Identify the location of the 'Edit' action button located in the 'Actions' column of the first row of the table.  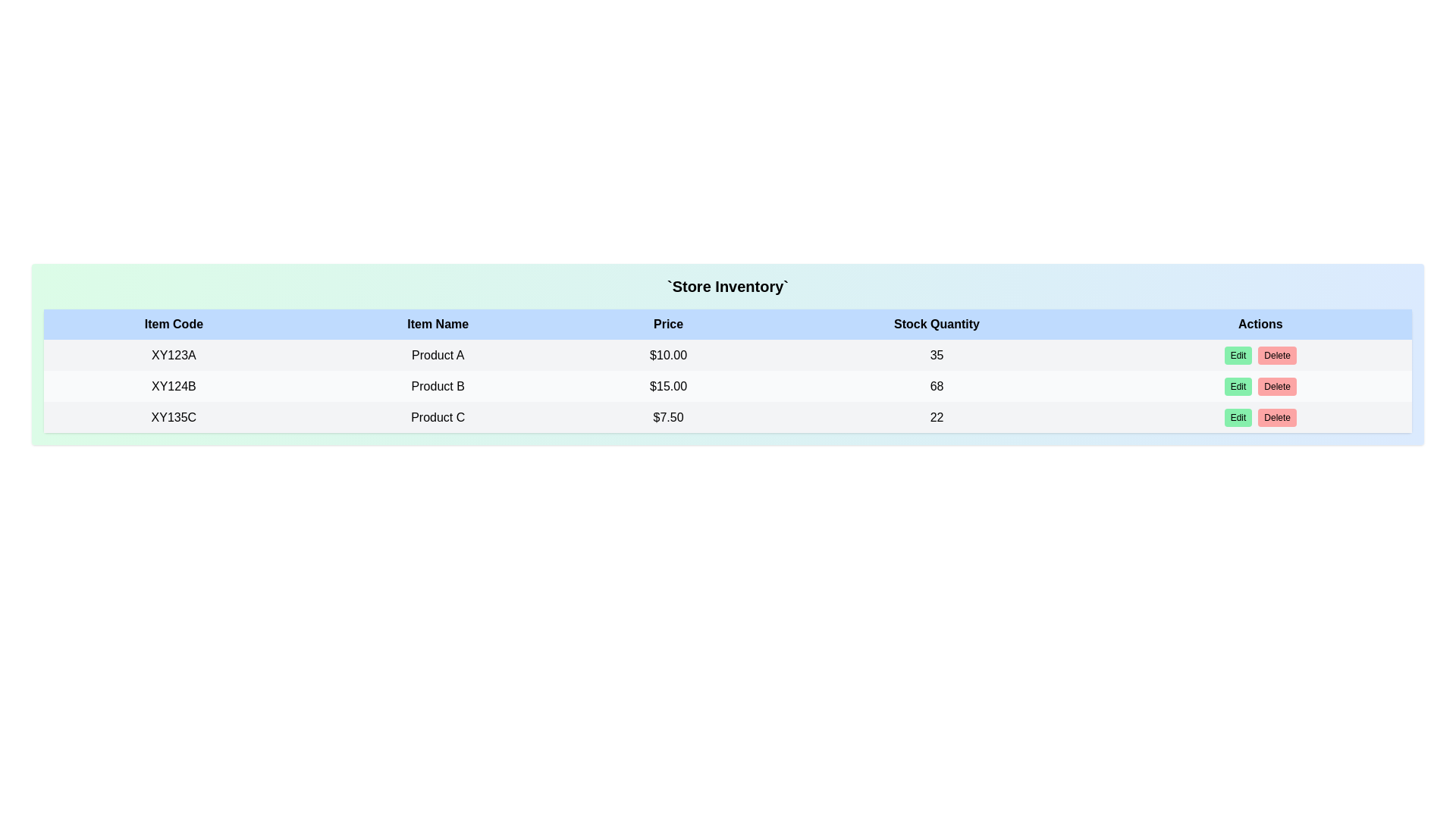
(1238, 356).